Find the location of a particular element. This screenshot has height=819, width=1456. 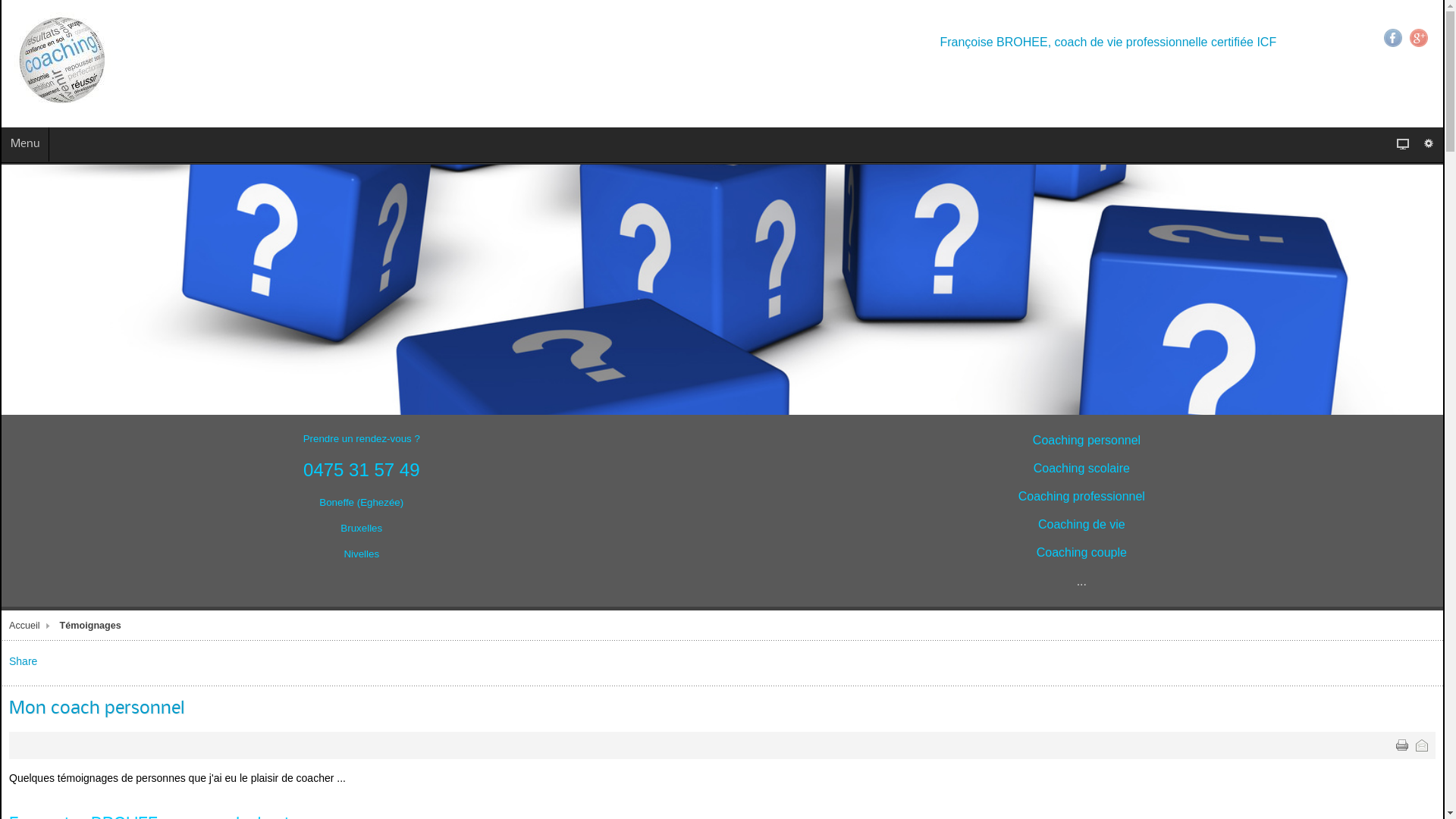

'Imprimer' is located at coordinates (1401, 745).